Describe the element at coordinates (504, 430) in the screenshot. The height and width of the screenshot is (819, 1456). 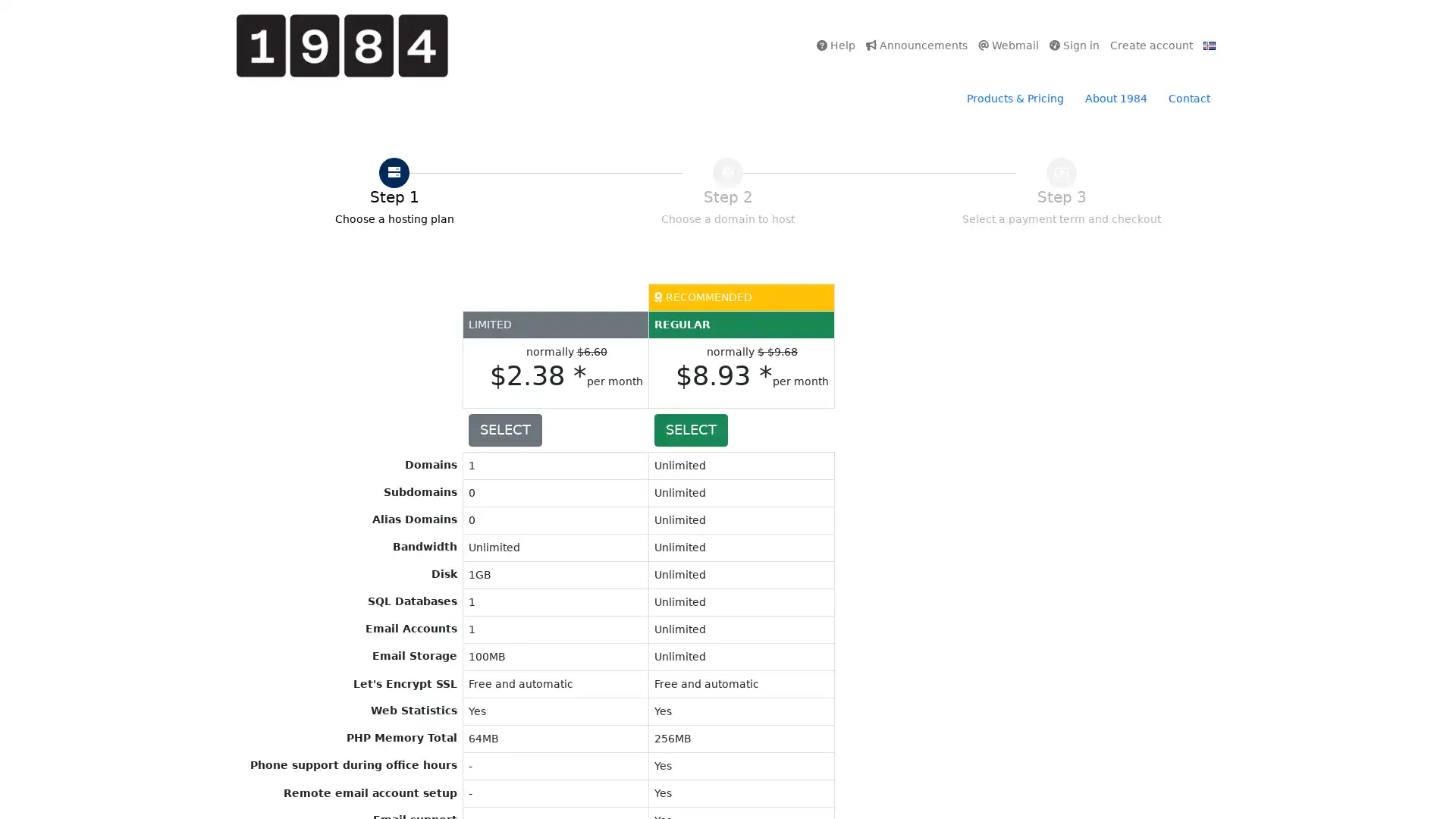
I see `SELECT` at that location.